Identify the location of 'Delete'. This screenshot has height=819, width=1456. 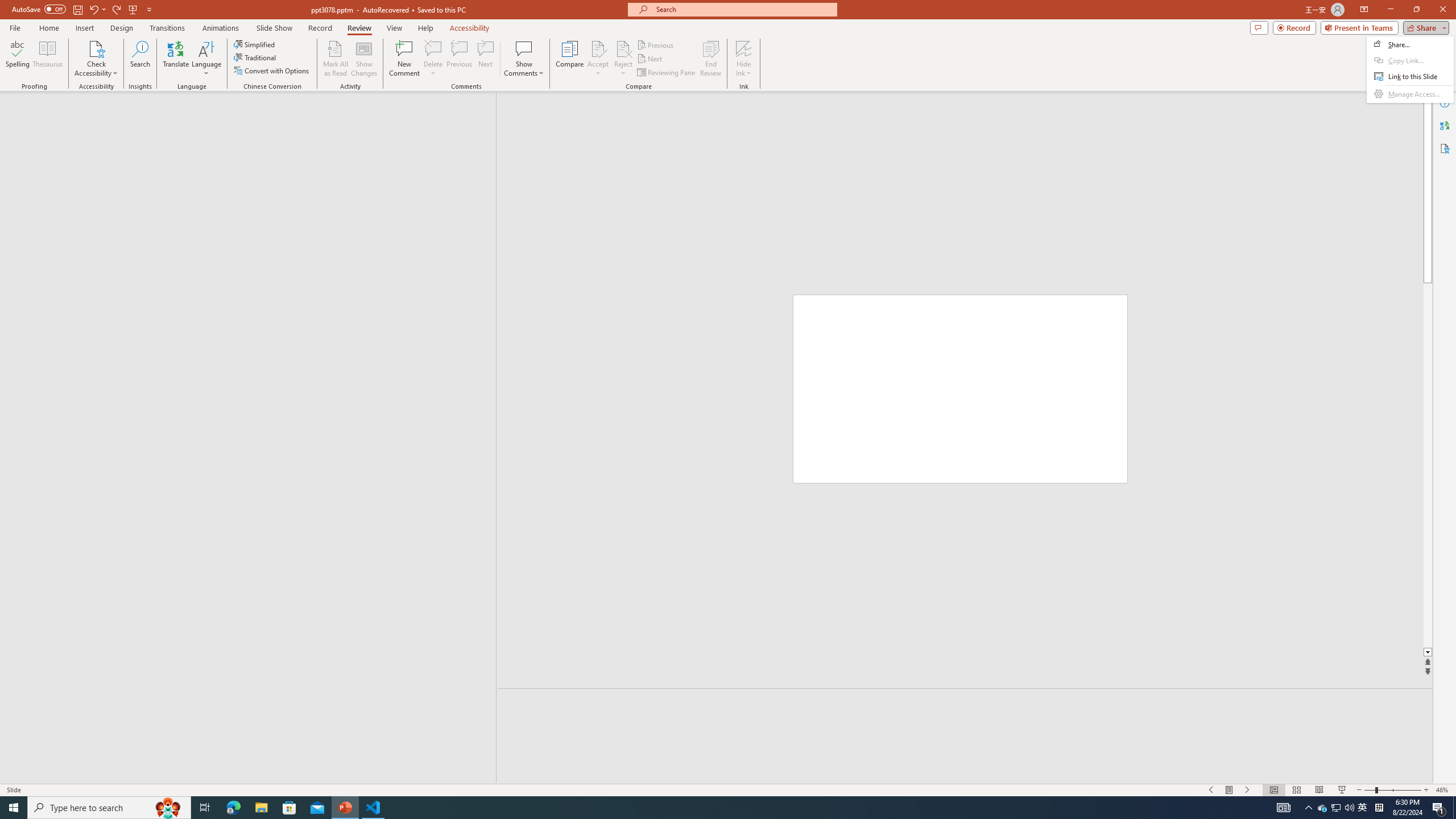
(433, 59).